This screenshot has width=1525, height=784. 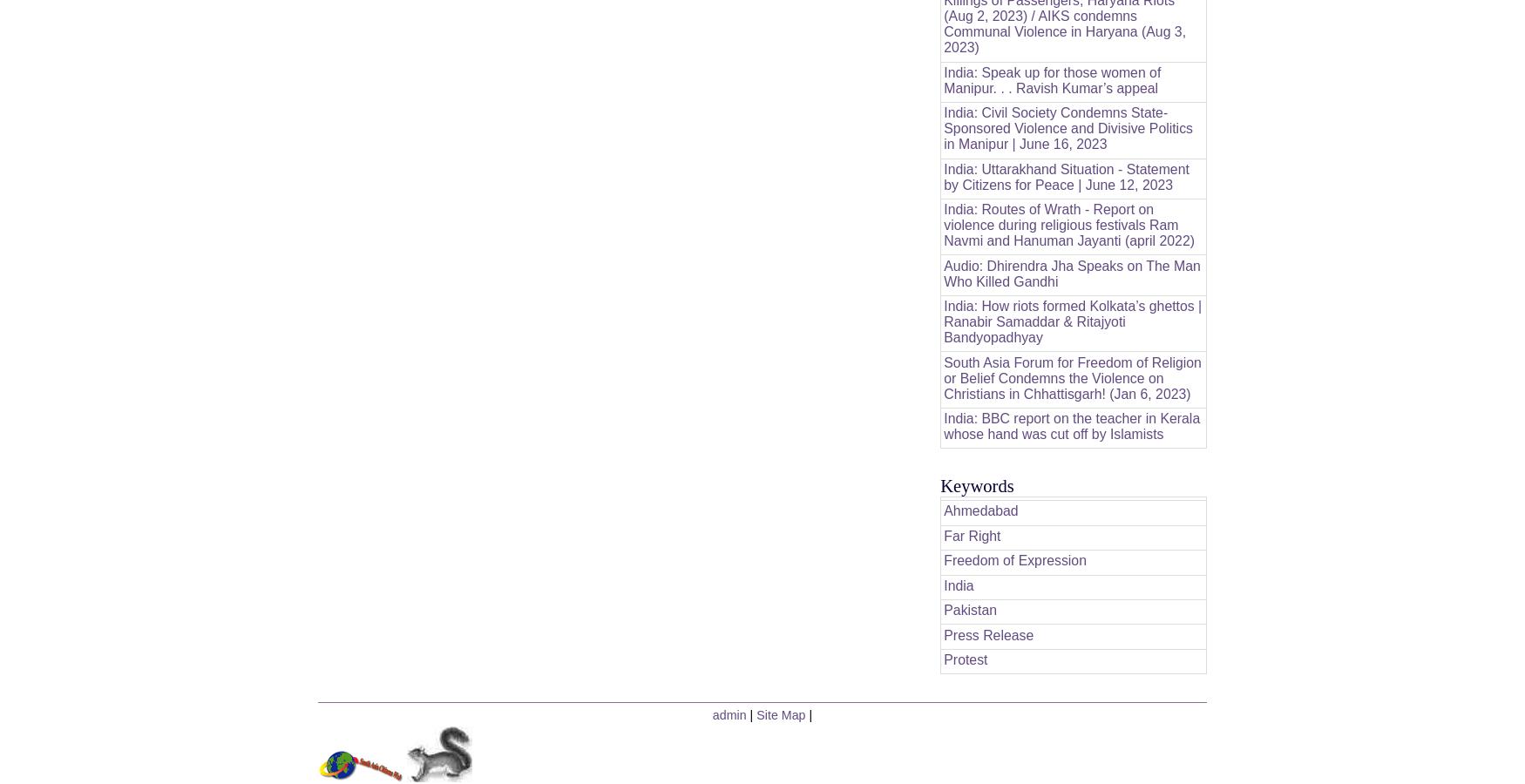 I want to click on 'India: Civil Society Condemns State-Sponsored Violence and Divisive Politics in Manipur | June 16, 2023', so click(x=1067, y=128).